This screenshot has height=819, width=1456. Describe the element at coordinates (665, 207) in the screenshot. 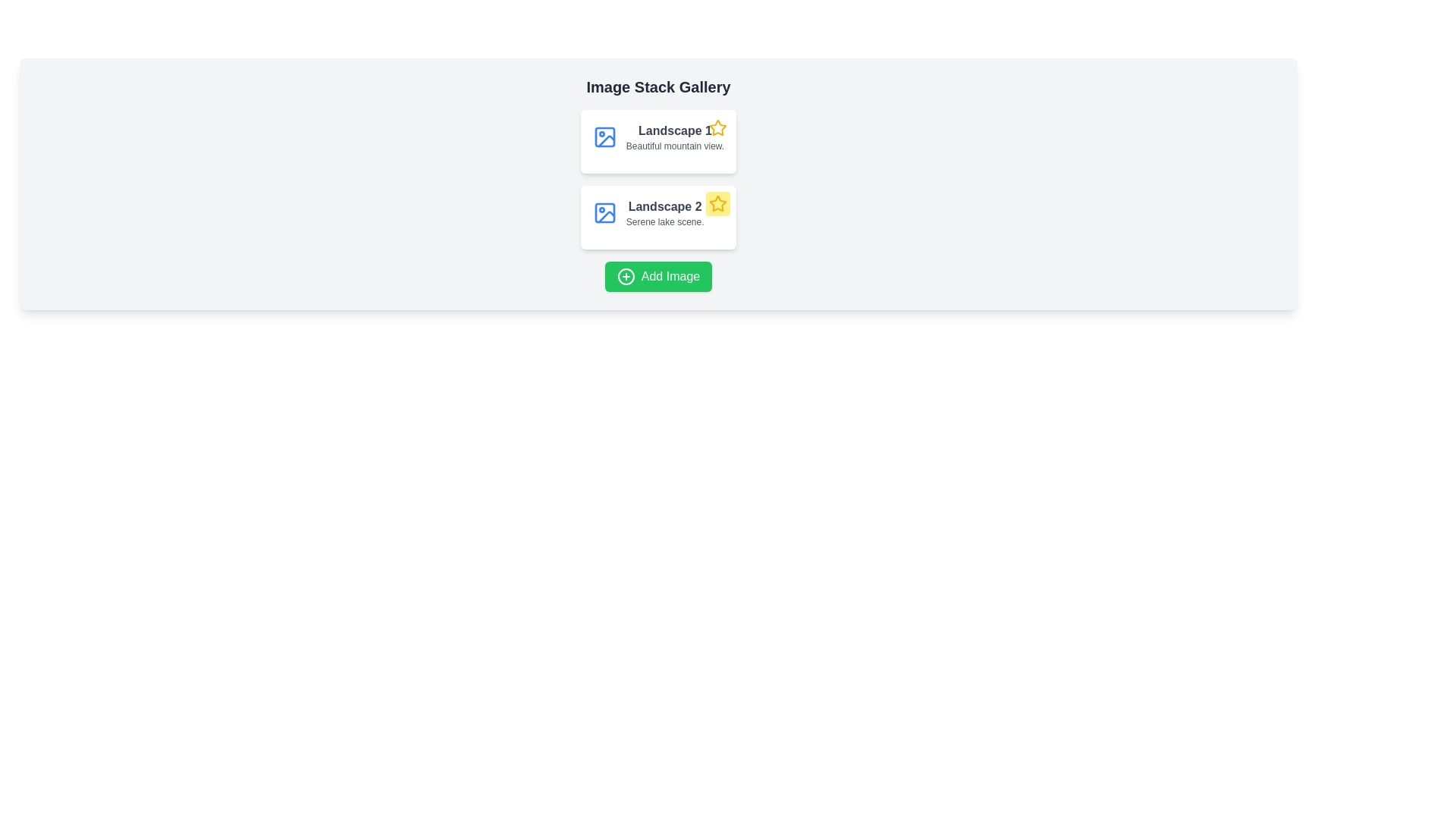

I see `the text label that reads 'Landscape 2', which is styled in a medium-sized, bold typeface and colored dark gray, positioned above the descriptive text 'Serene lake scene'` at that location.